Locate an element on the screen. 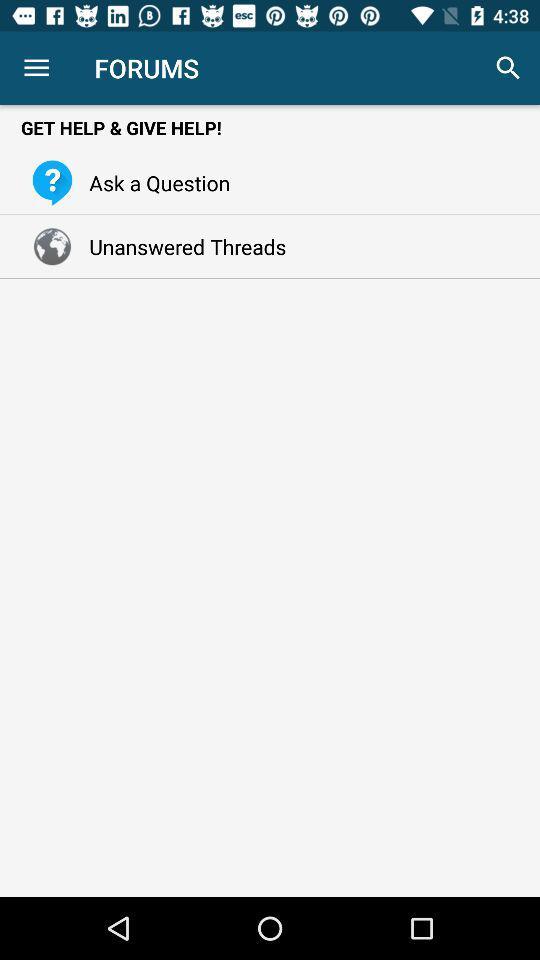  get help give item is located at coordinates (270, 126).